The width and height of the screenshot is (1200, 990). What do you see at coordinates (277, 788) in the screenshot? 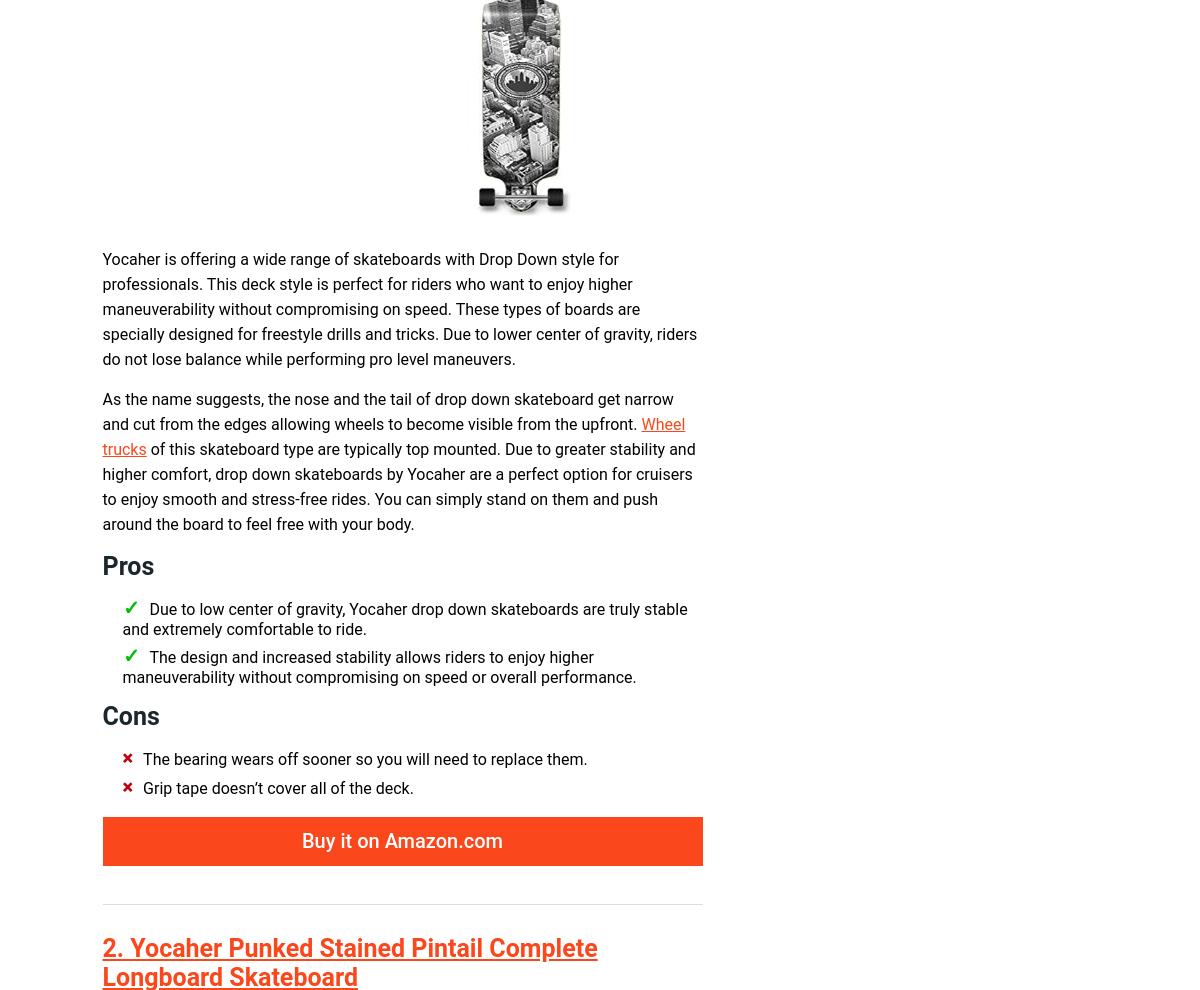
I see `'Grip tape doesn’t cover all of the deck.'` at bounding box center [277, 788].